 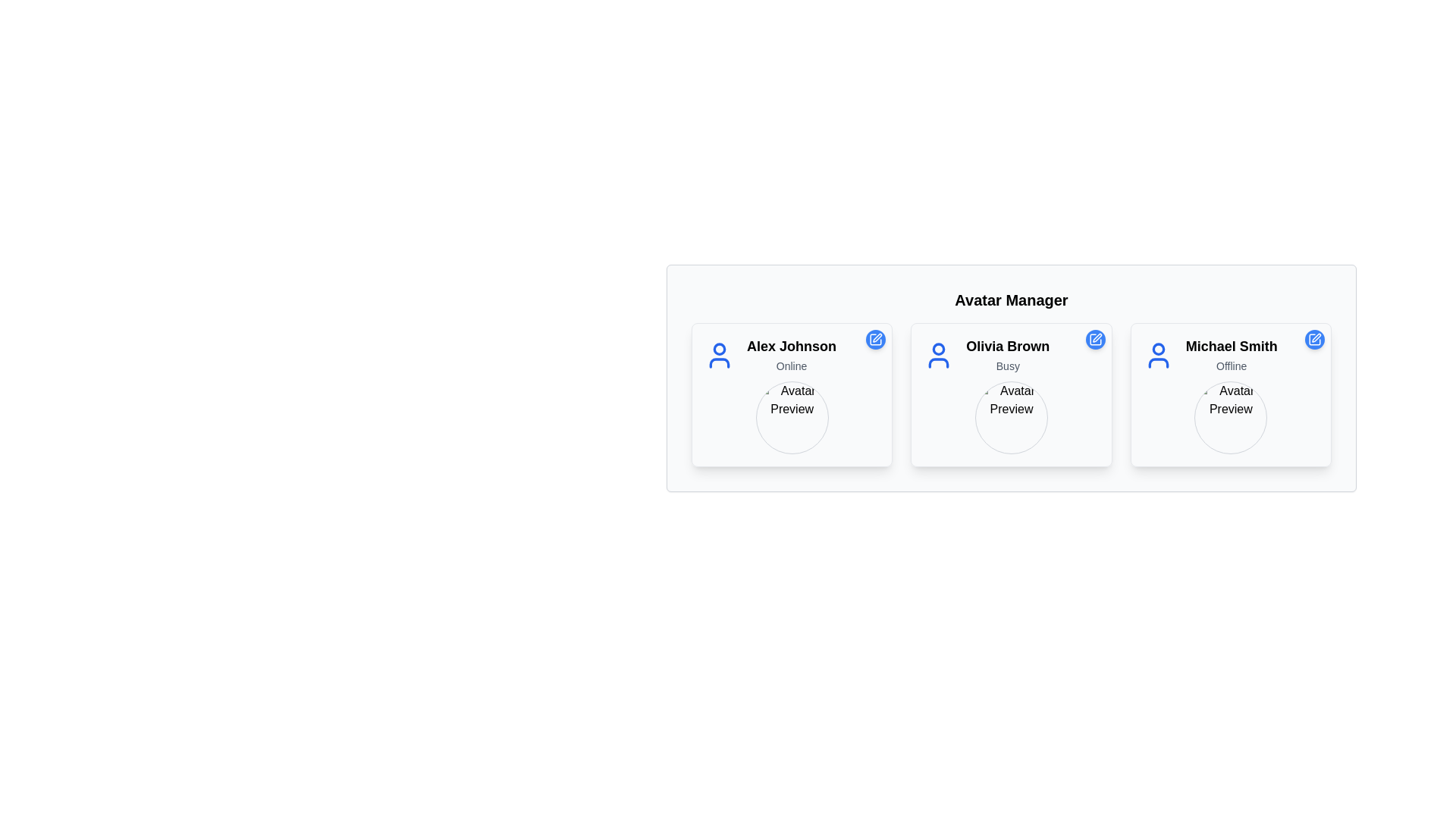 What do you see at coordinates (719, 348) in the screenshot?
I see `the decorative circle element representing the head of the avatar icon for 'Alex Johnson' by clicking on it` at bounding box center [719, 348].